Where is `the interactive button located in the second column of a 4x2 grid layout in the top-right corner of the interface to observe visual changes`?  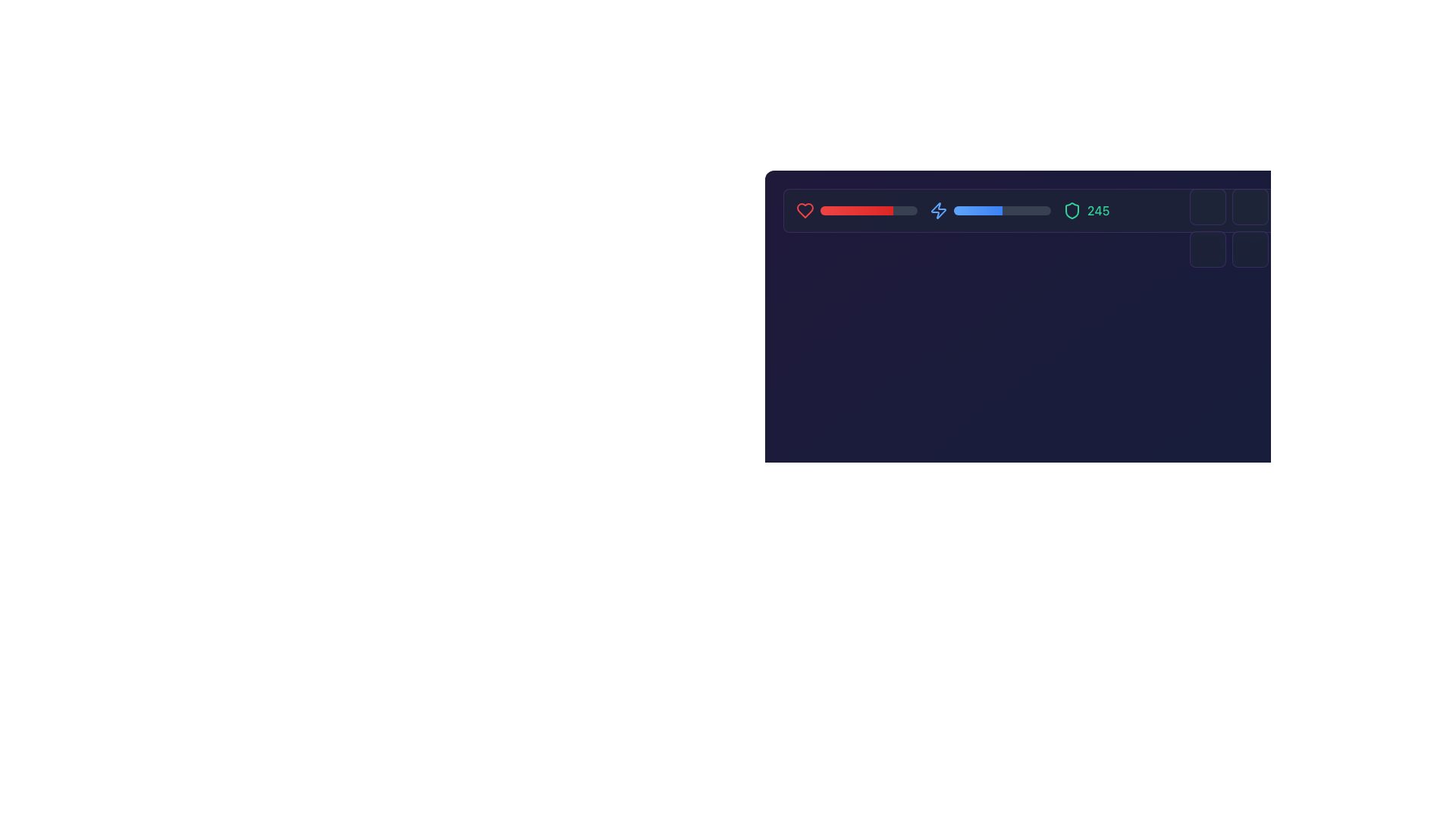 the interactive button located in the second column of a 4x2 grid layout in the top-right corner of the interface to observe visual changes is located at coordinates (1250, 207).